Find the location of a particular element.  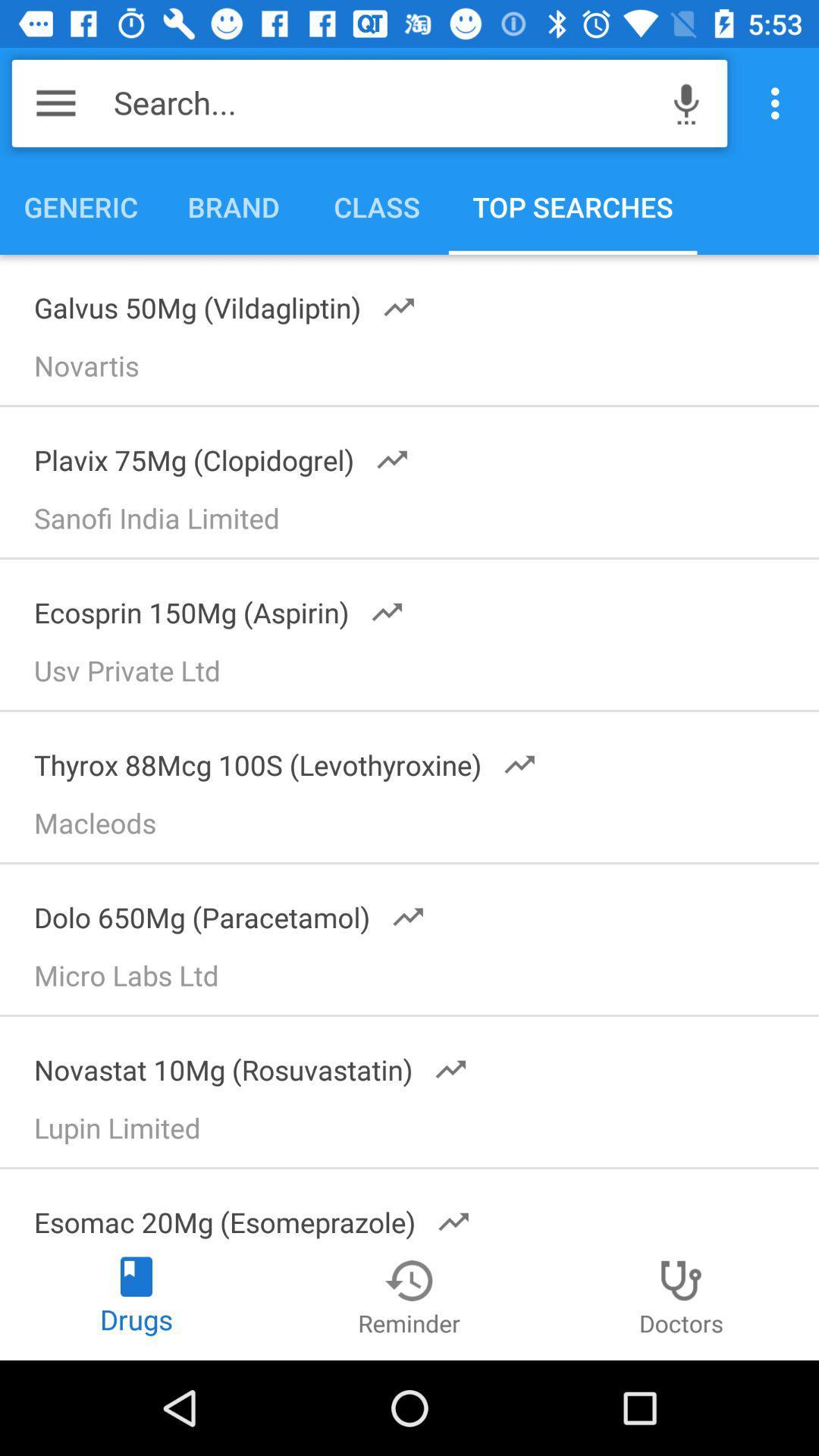

the thyrox 88mcg 100s is located at coordinates (275, 760).